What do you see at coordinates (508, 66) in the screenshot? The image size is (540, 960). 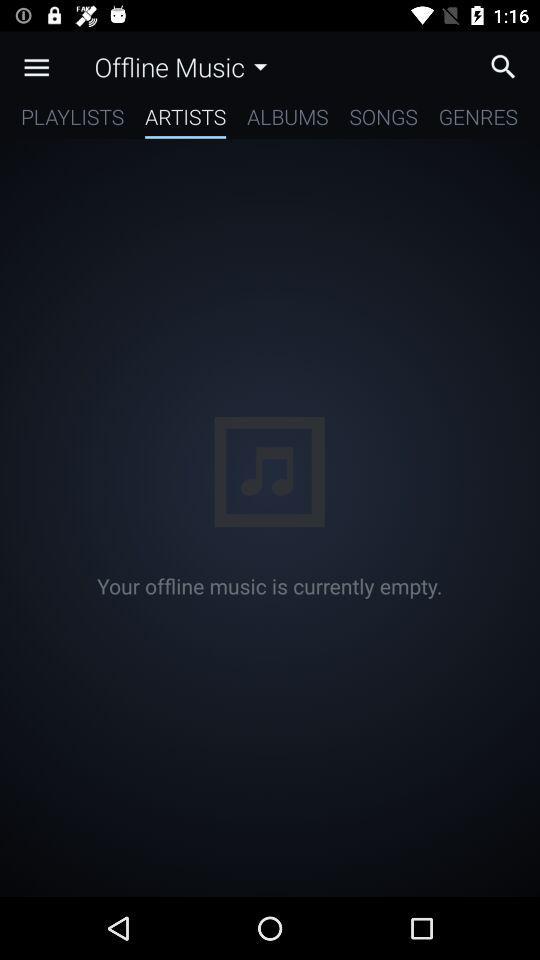 I see `open search bar` at bounding box center [508, 66].